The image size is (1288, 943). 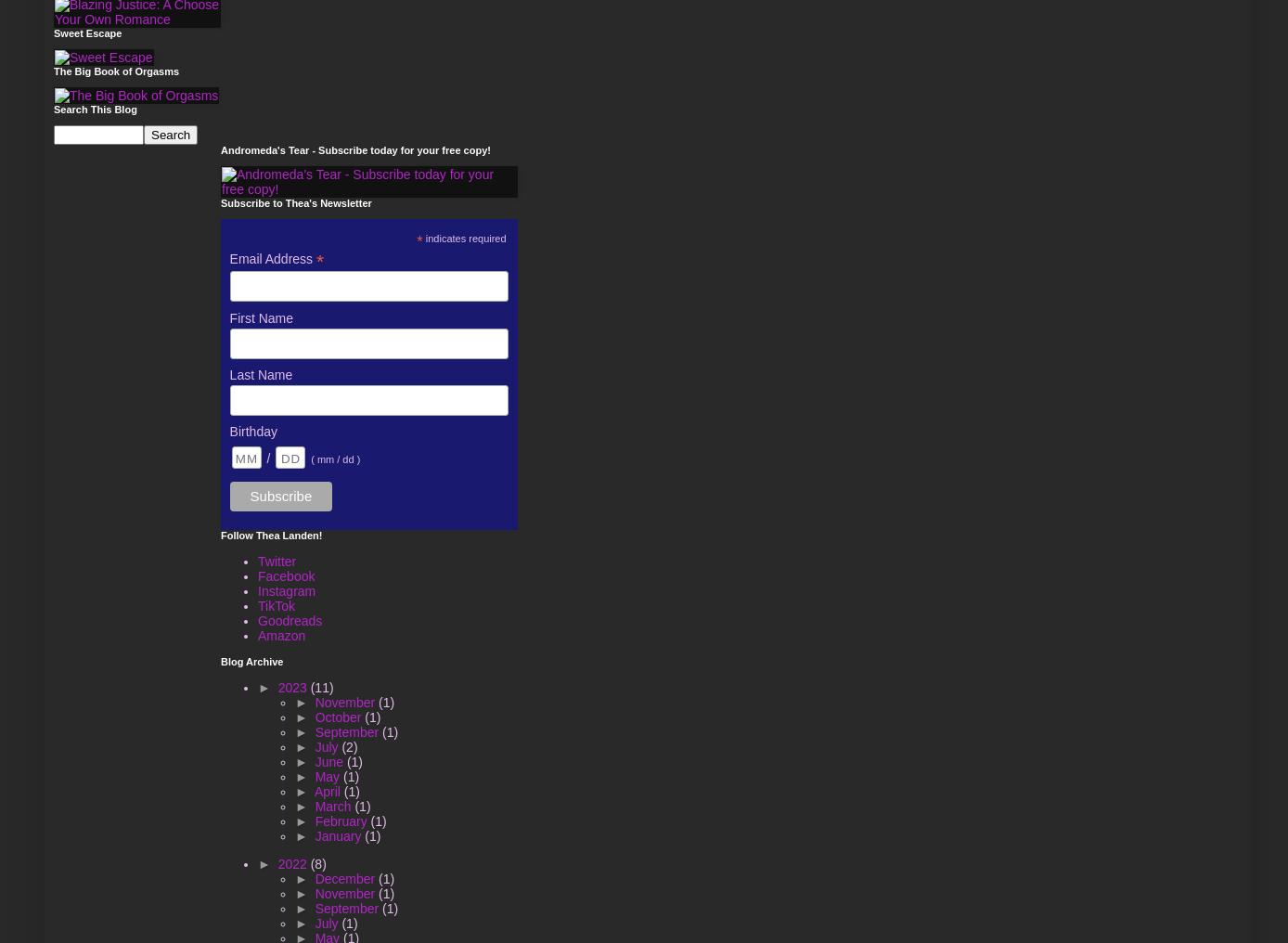 I want to click on 'January', so click(x=340, y=834).